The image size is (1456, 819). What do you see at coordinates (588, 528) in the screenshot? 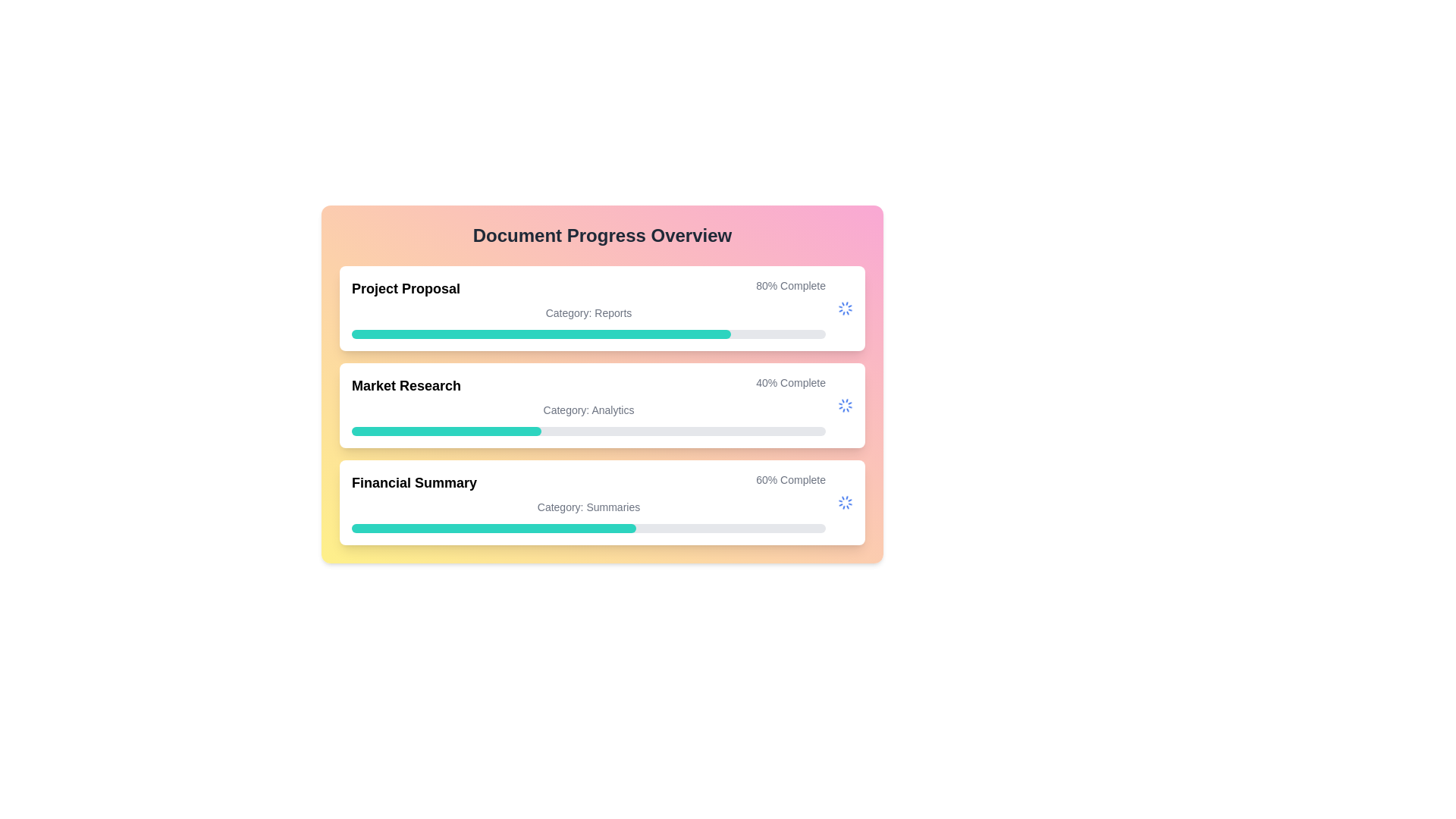
I see `the progress bar indicating 60% completion for the 'Financial Summary' task, located at the bottom of the 'Financial Summary' card` at bounding box center [588, 528].